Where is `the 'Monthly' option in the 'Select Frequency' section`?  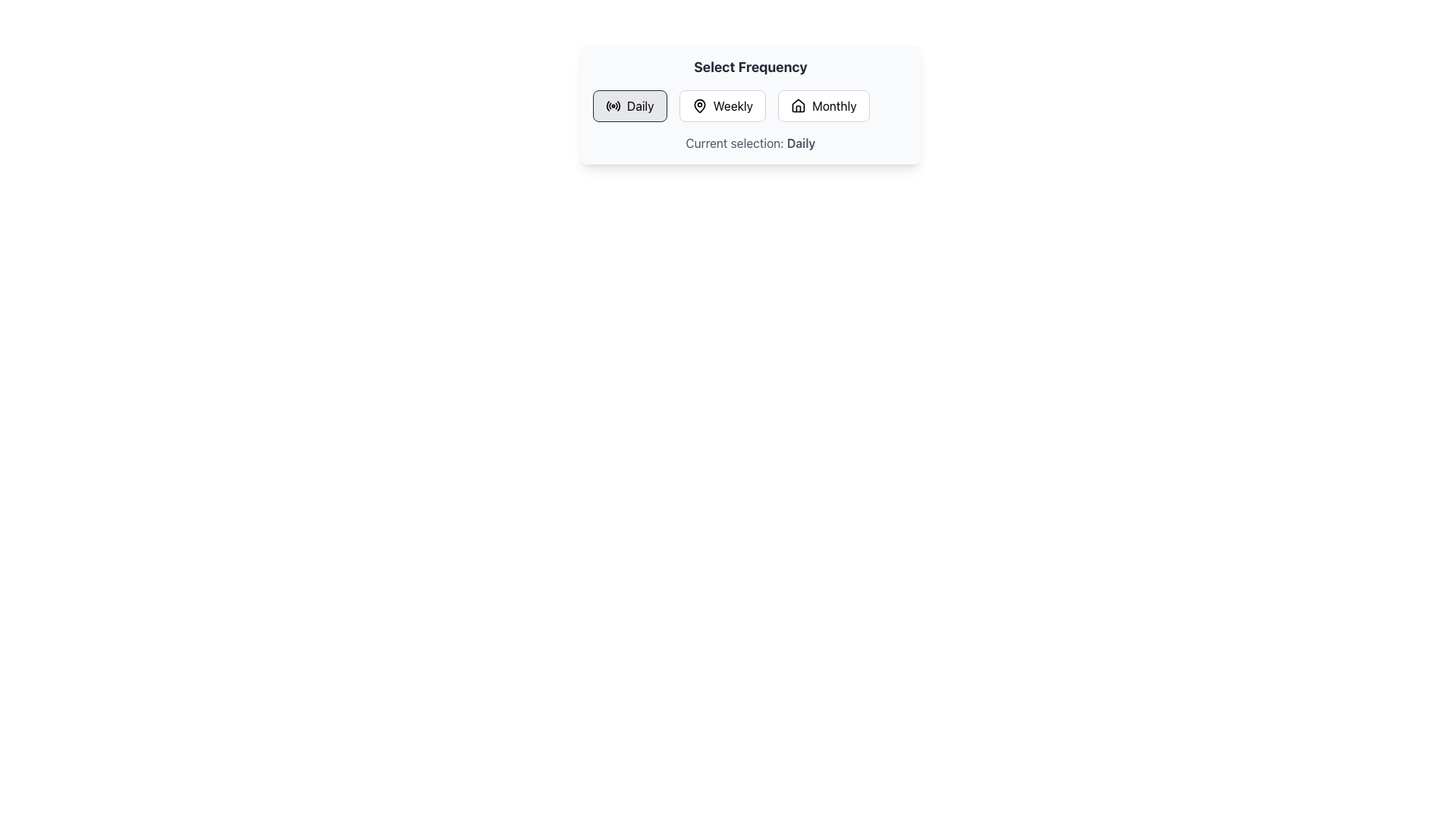
the 'Monthly' option in the 'Select Frequency' section is located at coordinates (833, 105).